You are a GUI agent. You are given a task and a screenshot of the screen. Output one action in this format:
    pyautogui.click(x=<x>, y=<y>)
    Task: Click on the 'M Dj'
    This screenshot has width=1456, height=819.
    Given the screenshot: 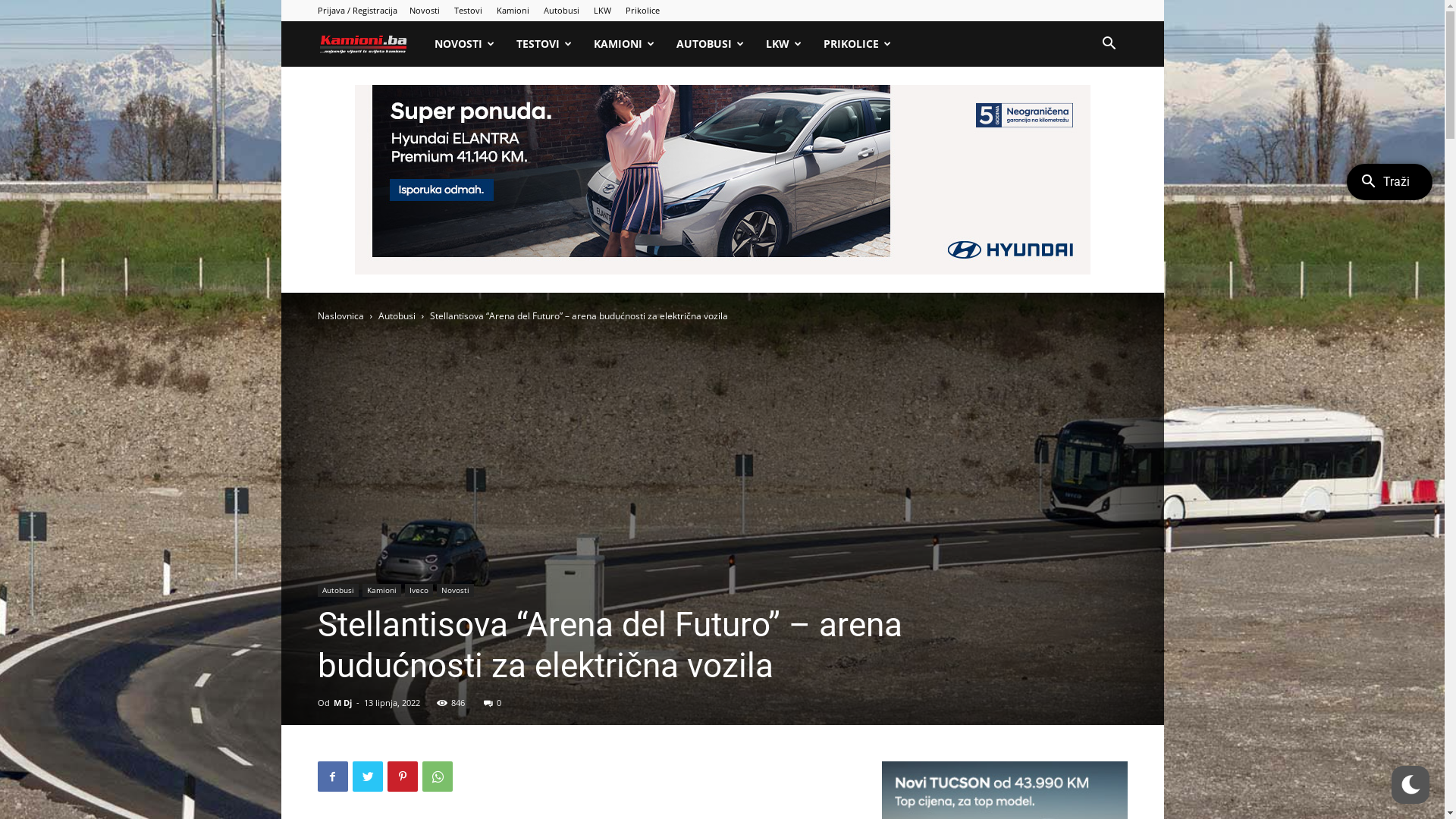 What is the action you would take?
    pyautogui.click(x=341, y=702)
    